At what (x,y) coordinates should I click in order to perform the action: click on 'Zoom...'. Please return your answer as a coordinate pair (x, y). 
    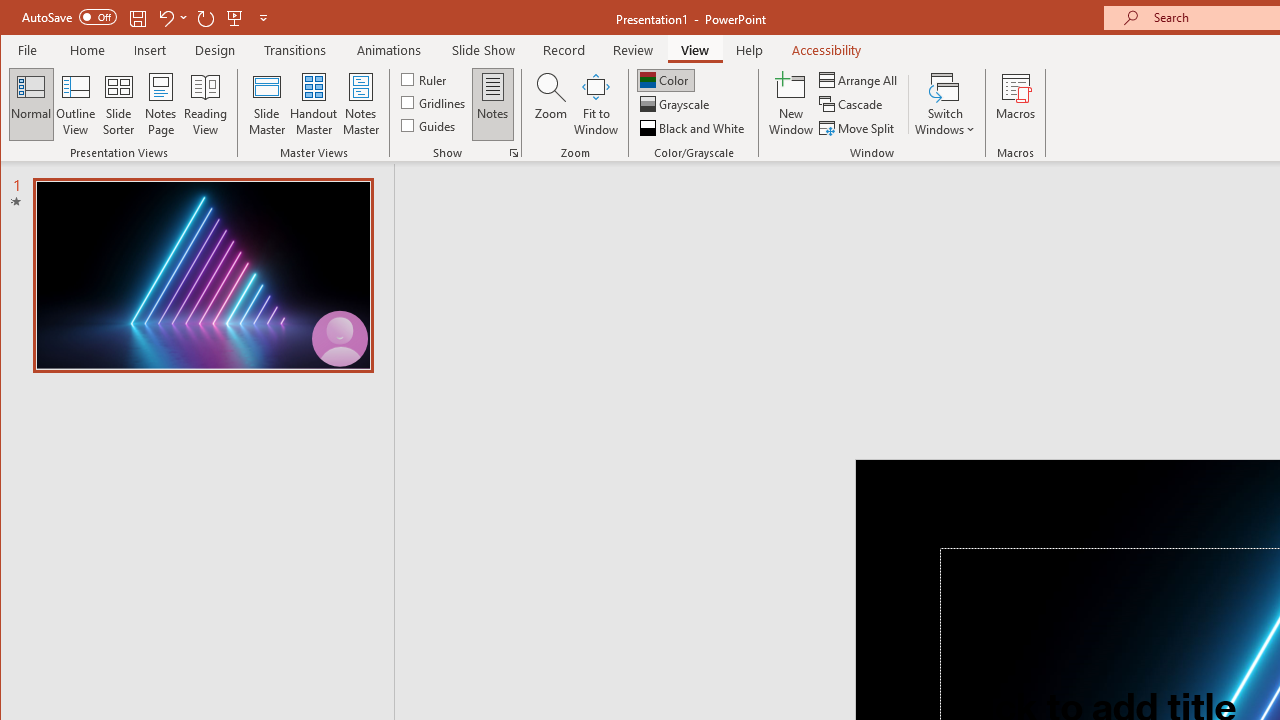
    Looking at the image, I should click on (551, 104).